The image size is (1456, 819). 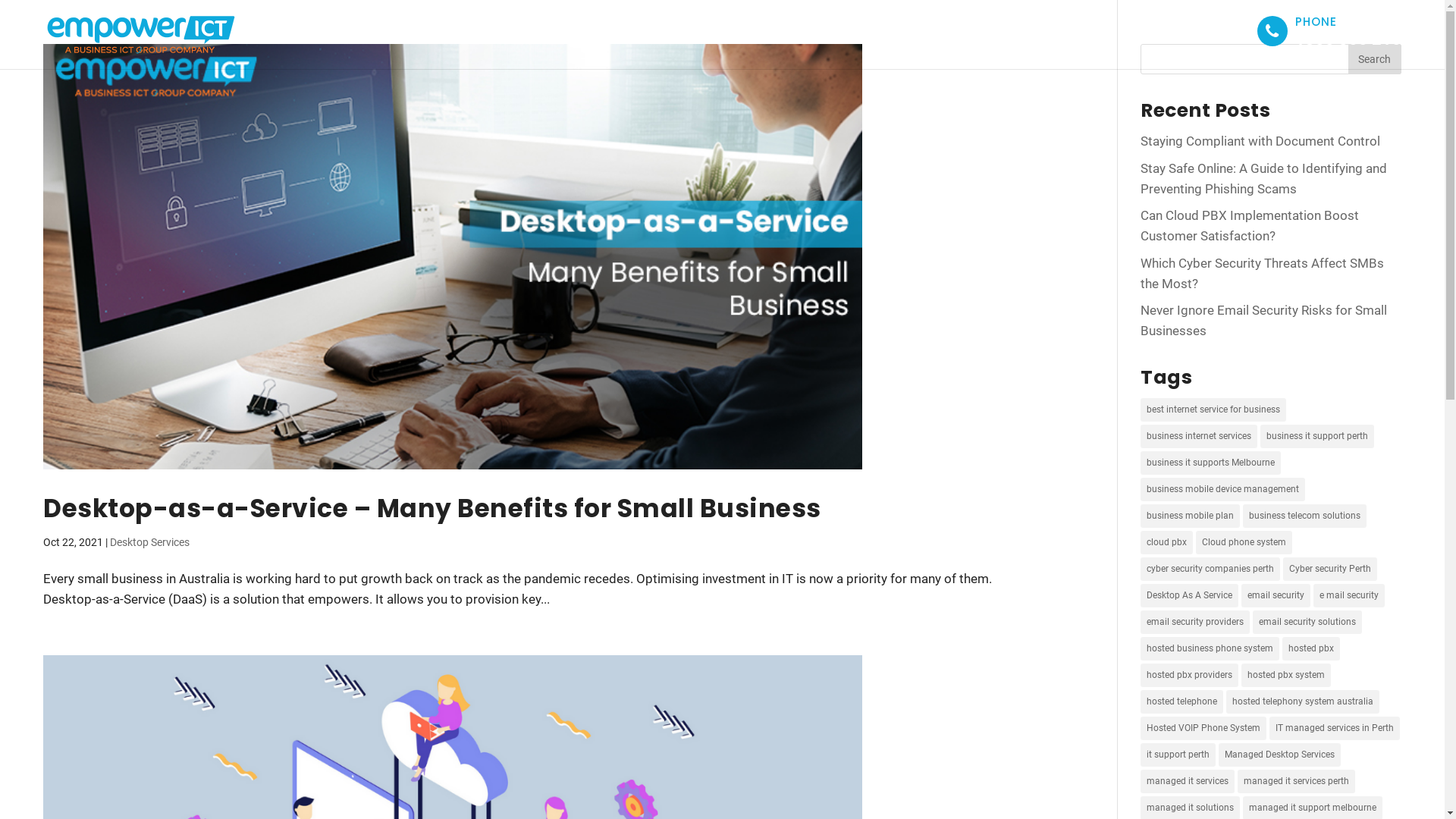 What do you see at coordinates (1210, 462) in the screenshot?
I see `'business it supports Melbourne'` at bounding box center [1210, 462].